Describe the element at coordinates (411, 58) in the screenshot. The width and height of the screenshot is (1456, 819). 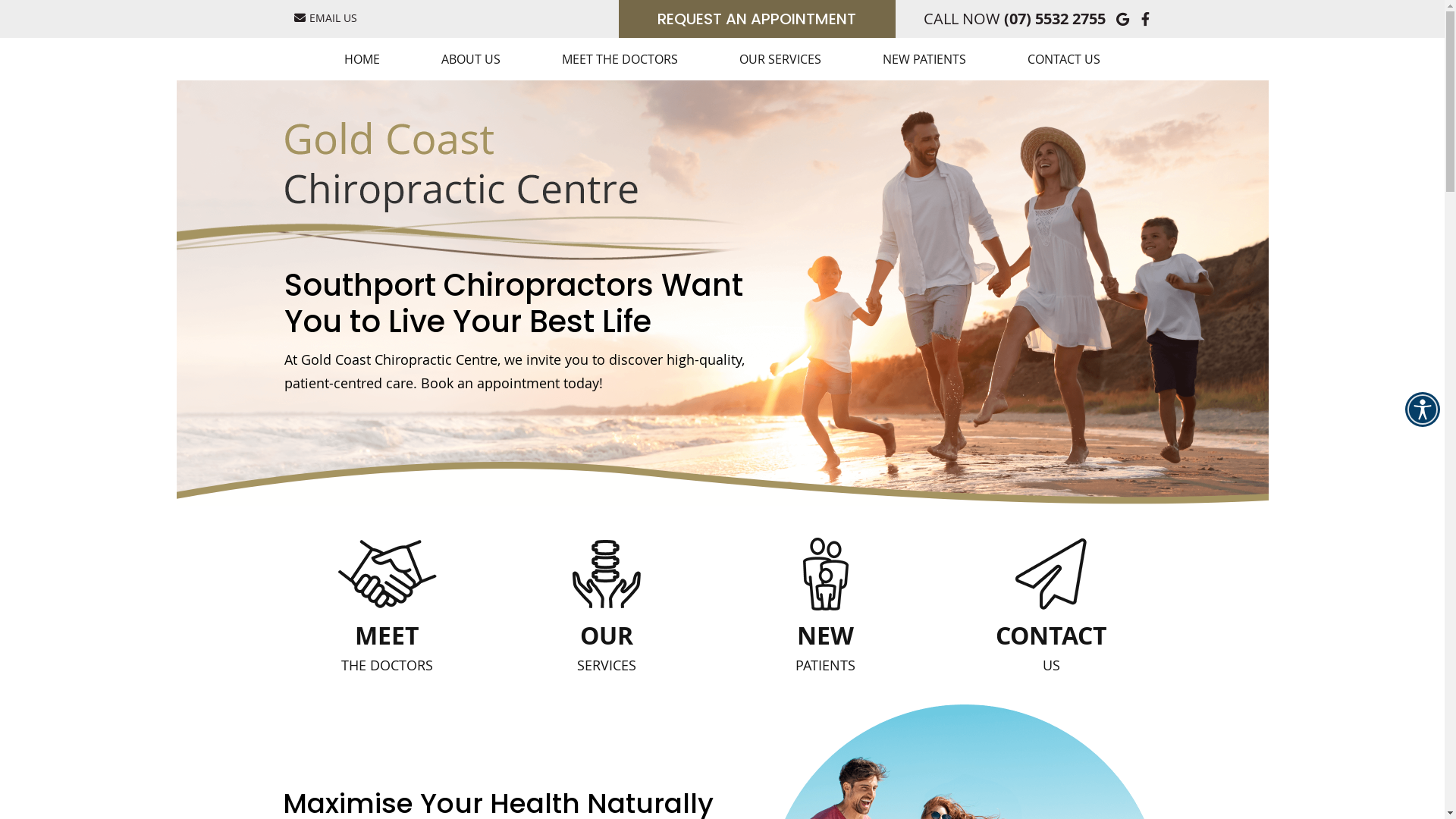
I see `'ABOUT US'` at that location.